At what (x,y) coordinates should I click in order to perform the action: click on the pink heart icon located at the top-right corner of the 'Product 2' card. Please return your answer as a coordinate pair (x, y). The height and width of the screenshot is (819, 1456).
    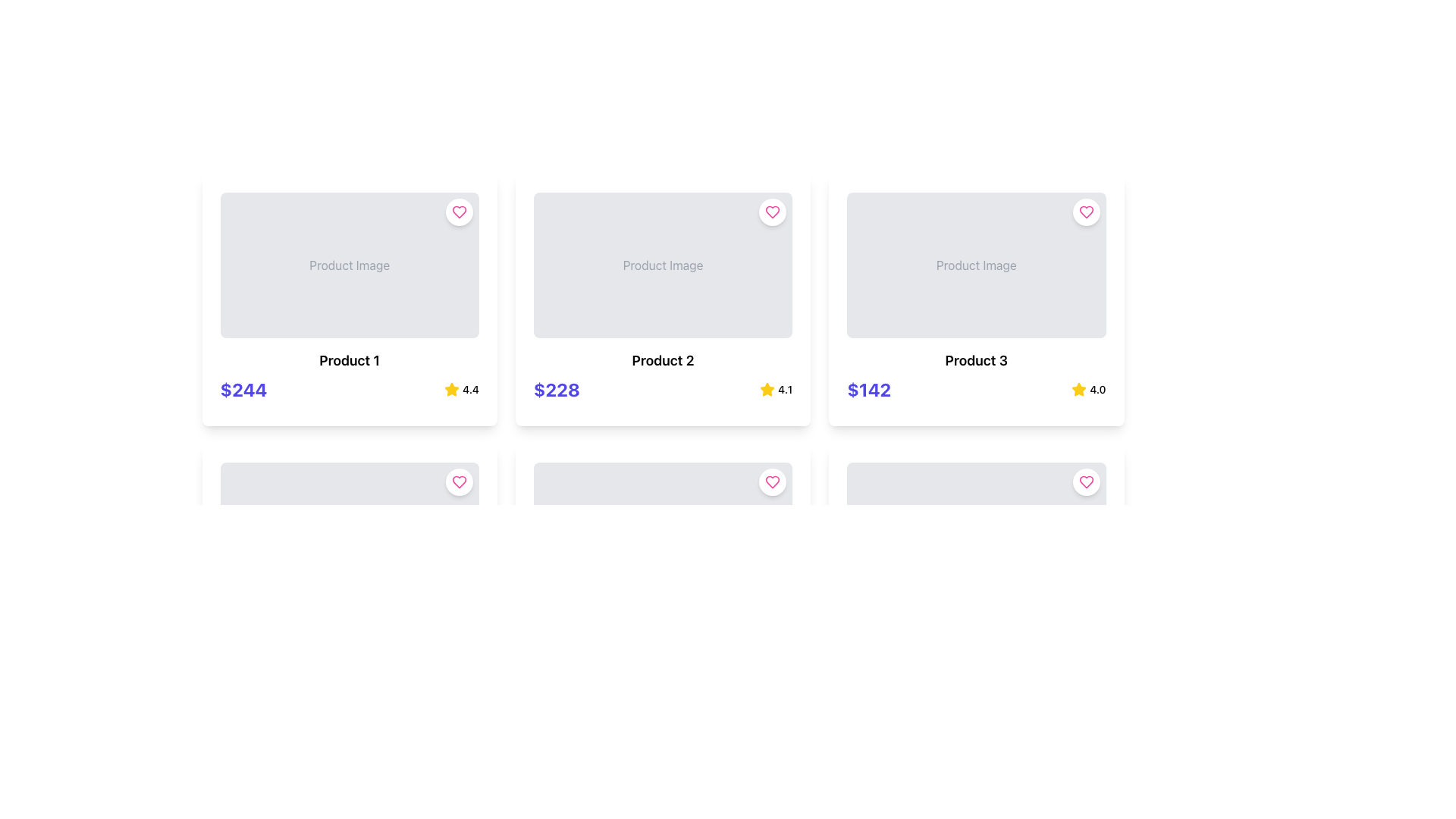
    Looking at the image, I should click on (773, 482).